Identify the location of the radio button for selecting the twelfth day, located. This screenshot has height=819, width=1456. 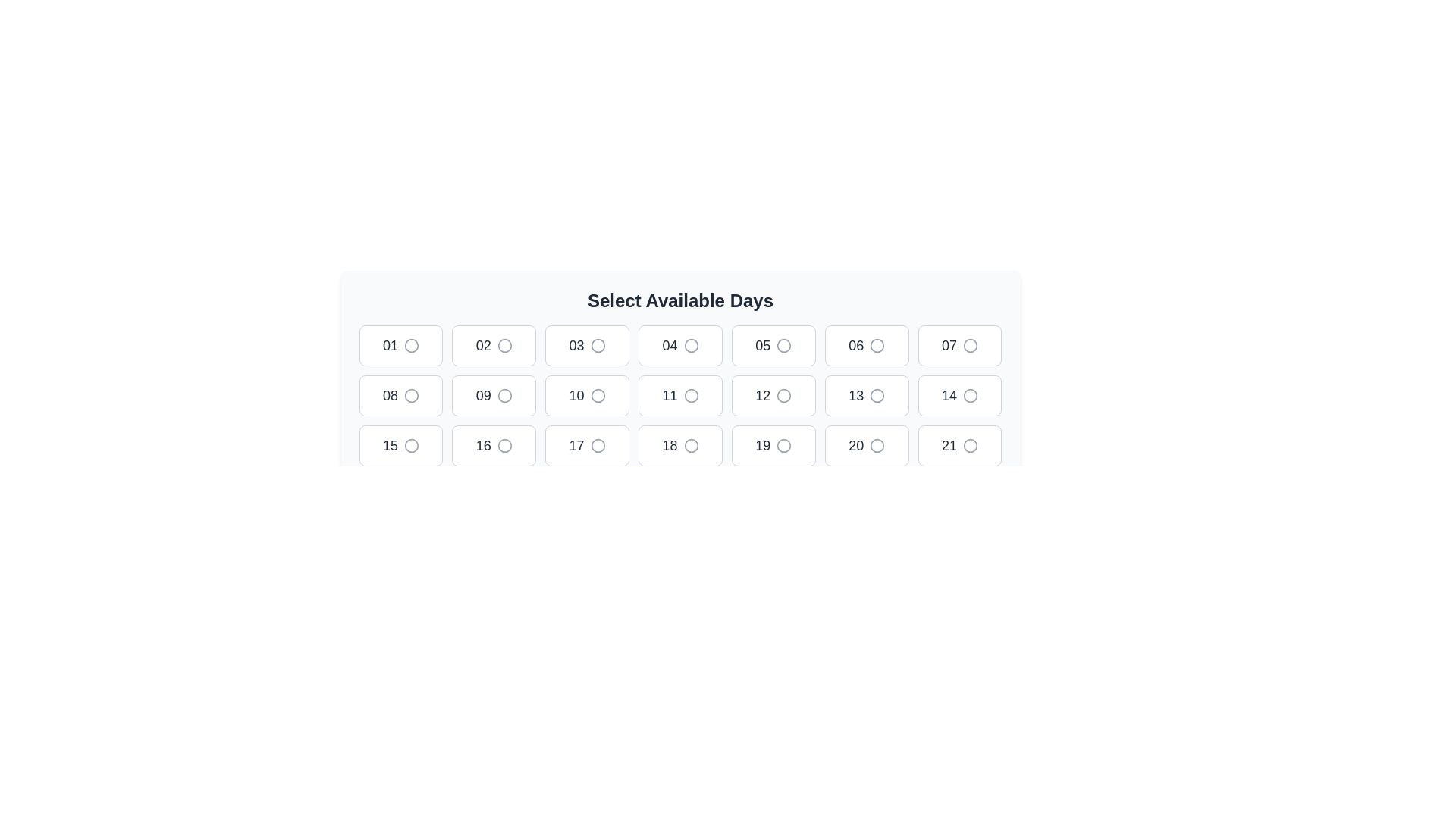
(773, 394).